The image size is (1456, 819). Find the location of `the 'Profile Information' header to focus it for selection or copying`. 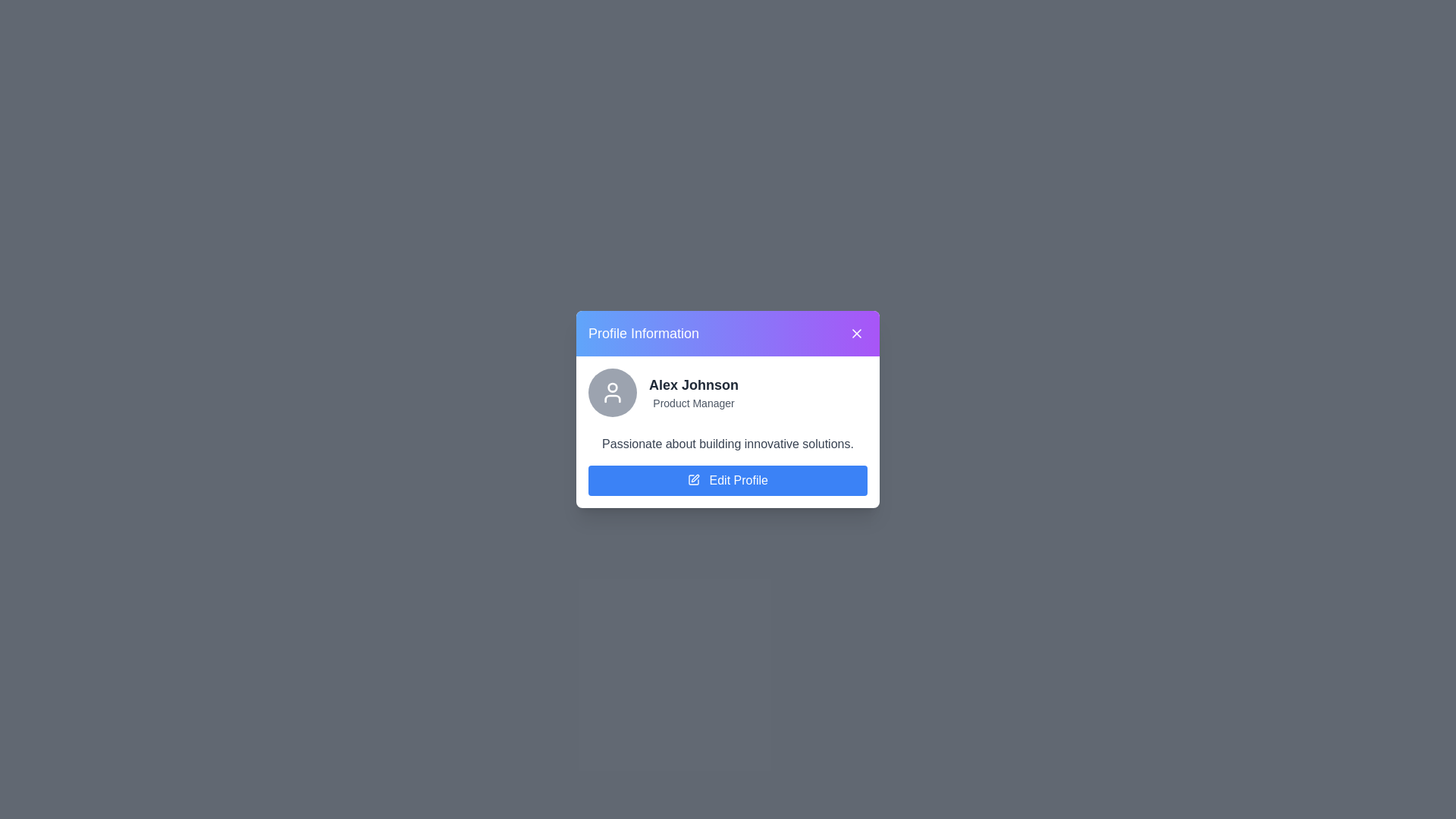

the 'Profile Information' header to focus it for selection or copying is located at coordinates (644, 332).